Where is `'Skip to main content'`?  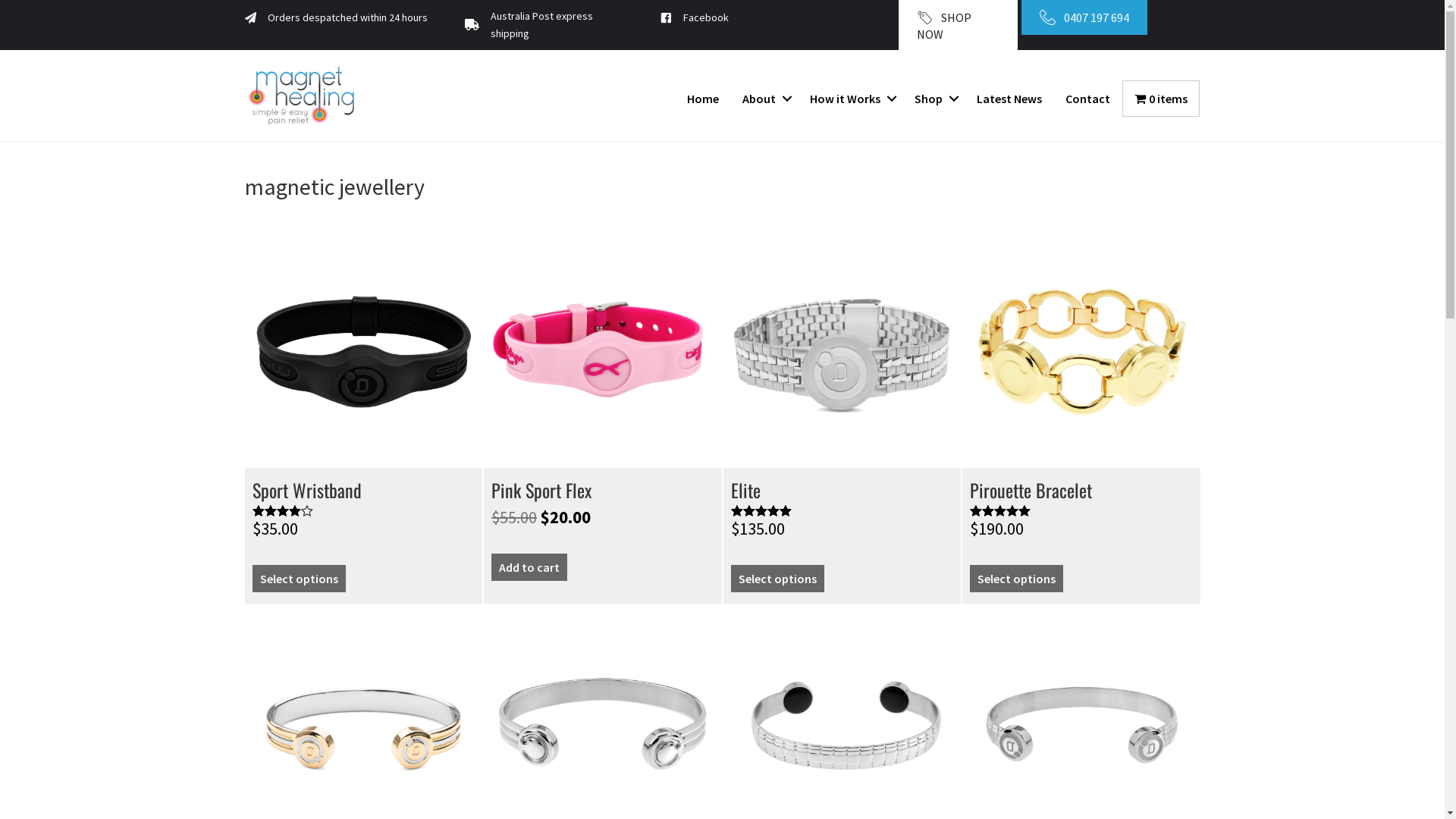 'Skip to main content' is located at coordinates (0, 0).